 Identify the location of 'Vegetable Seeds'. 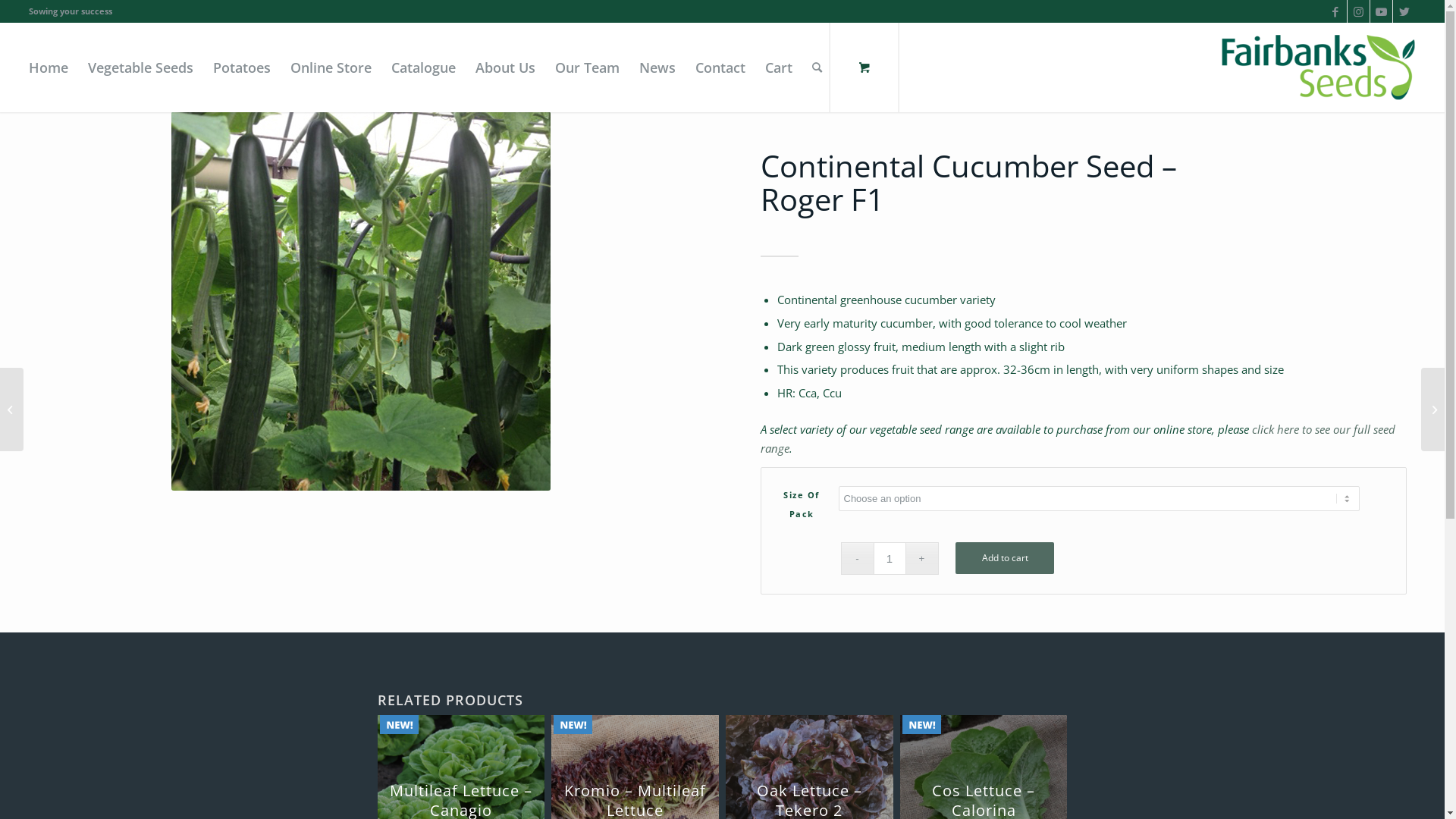
(140, 66).